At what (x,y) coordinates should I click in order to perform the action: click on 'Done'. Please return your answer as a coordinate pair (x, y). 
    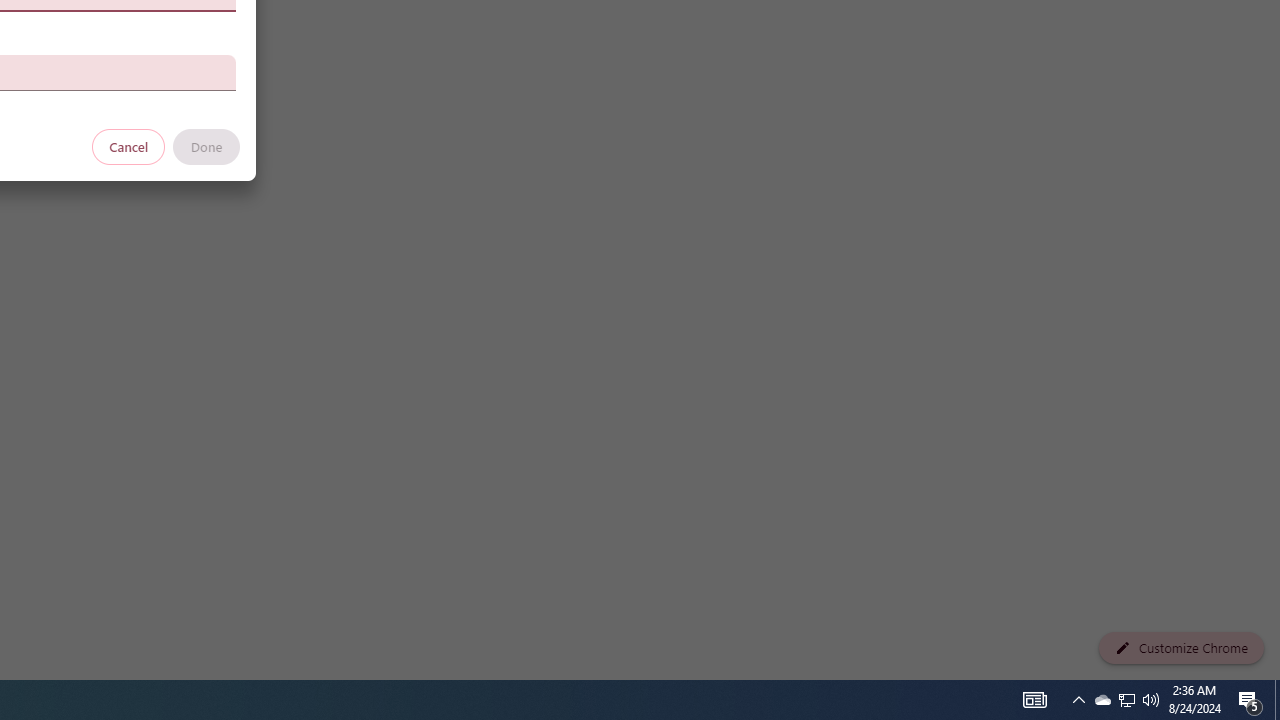
    Looking at the image, I should click on (206, 145).